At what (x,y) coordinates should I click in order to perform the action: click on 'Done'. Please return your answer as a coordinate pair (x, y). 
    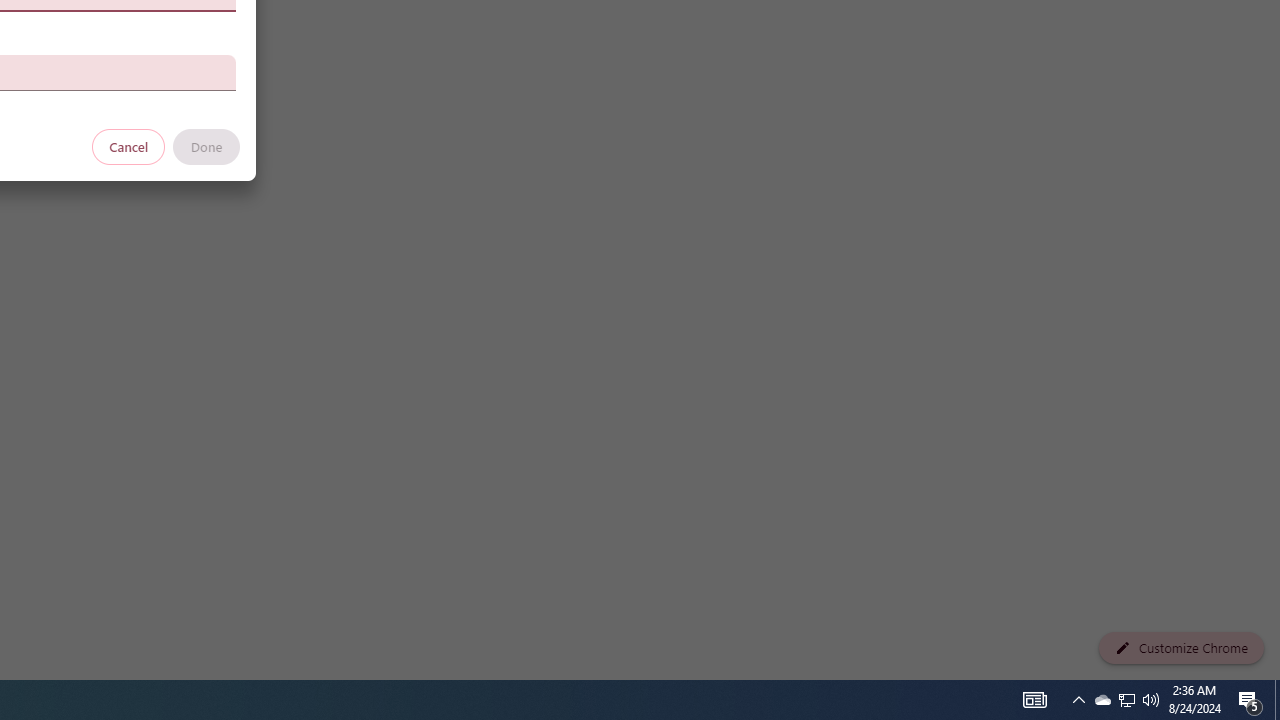
    Looking at the image, I should click on (206, 145).